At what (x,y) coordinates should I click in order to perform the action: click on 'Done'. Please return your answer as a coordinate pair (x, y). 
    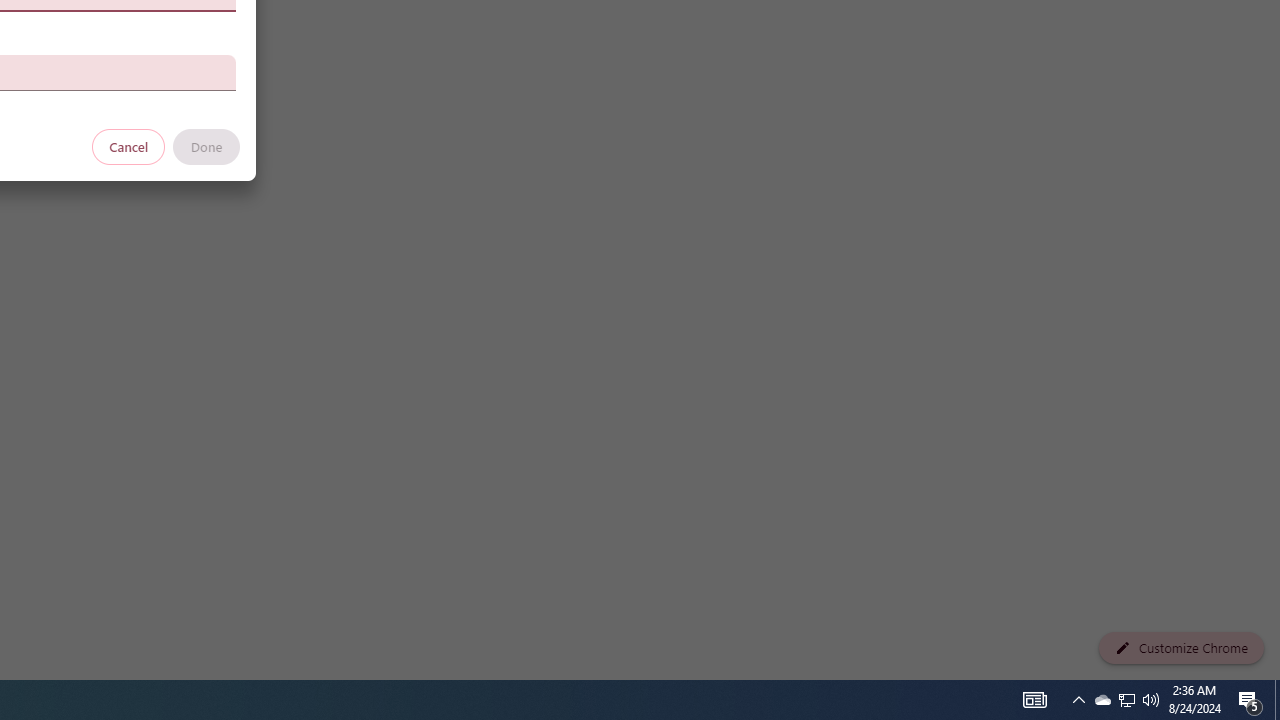
    Looking at the image, I should click on (206, 145).